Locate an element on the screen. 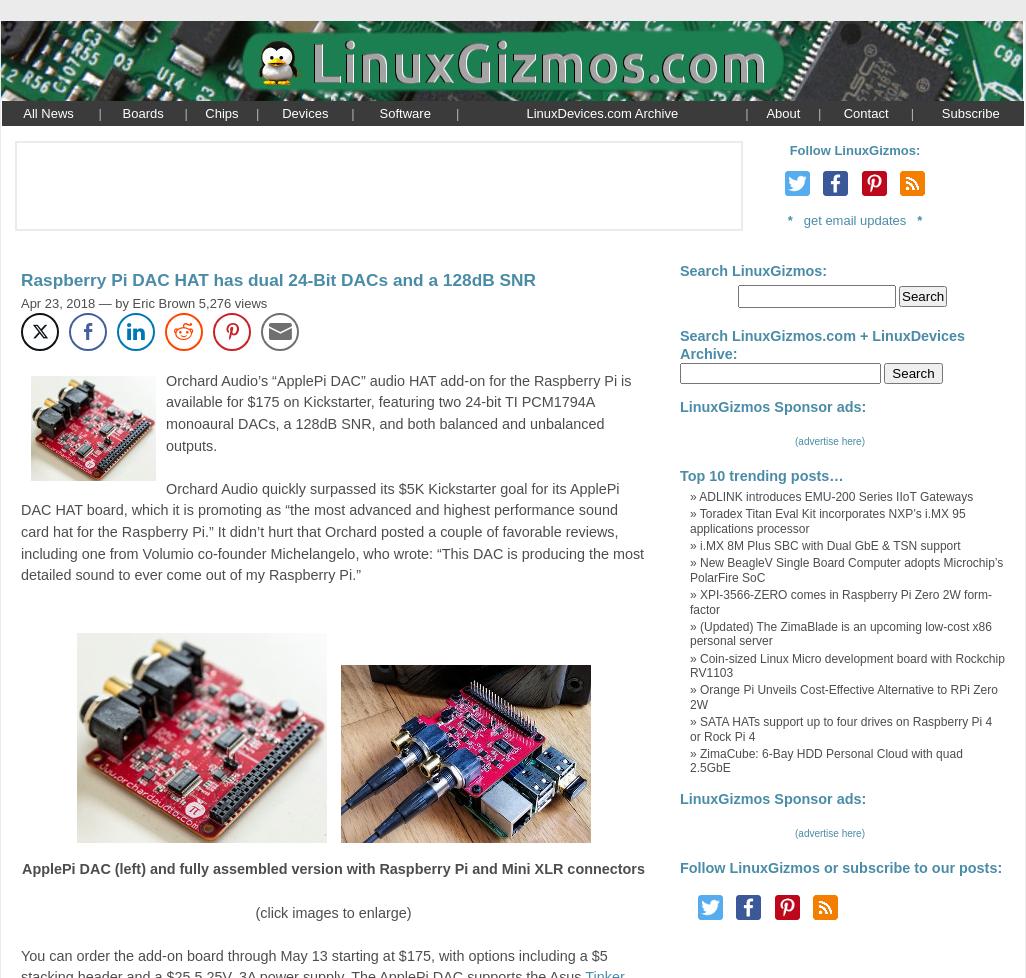 The height and width of the screenshot is (978, 1026). 'Subscribe' is located at coordinates (969, 112).